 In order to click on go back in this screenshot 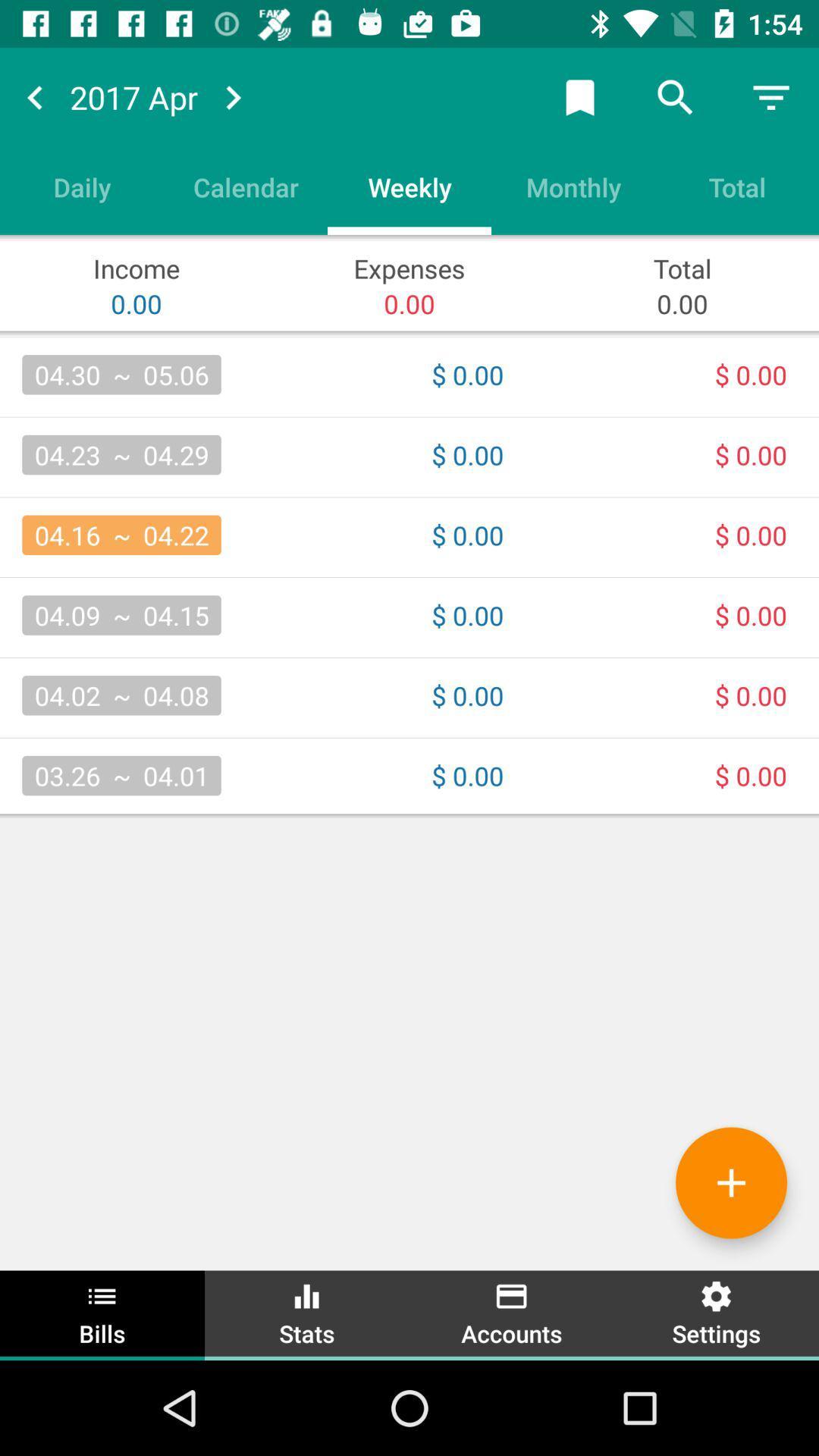, I will do `click(34, 96)`.